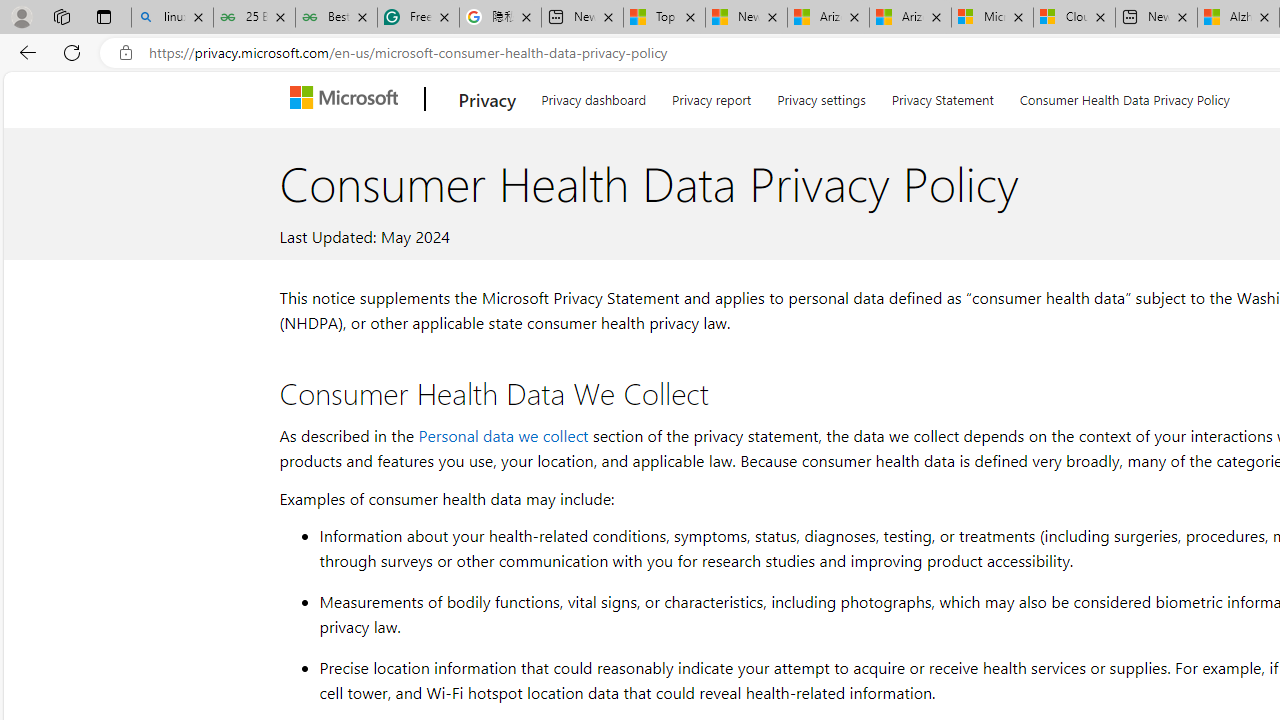  I want to click on 'Privacy settings', so click(821, 96).